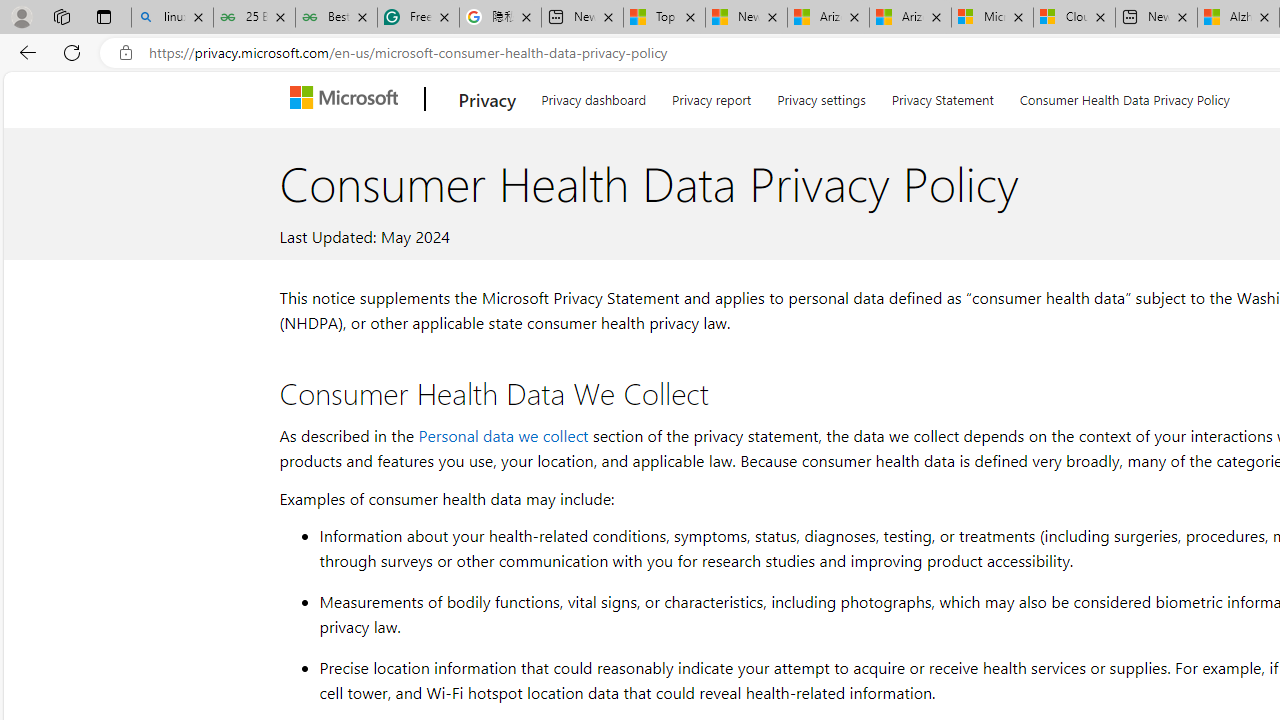  I want to click on 'Privacy settings', so click(821, 96).